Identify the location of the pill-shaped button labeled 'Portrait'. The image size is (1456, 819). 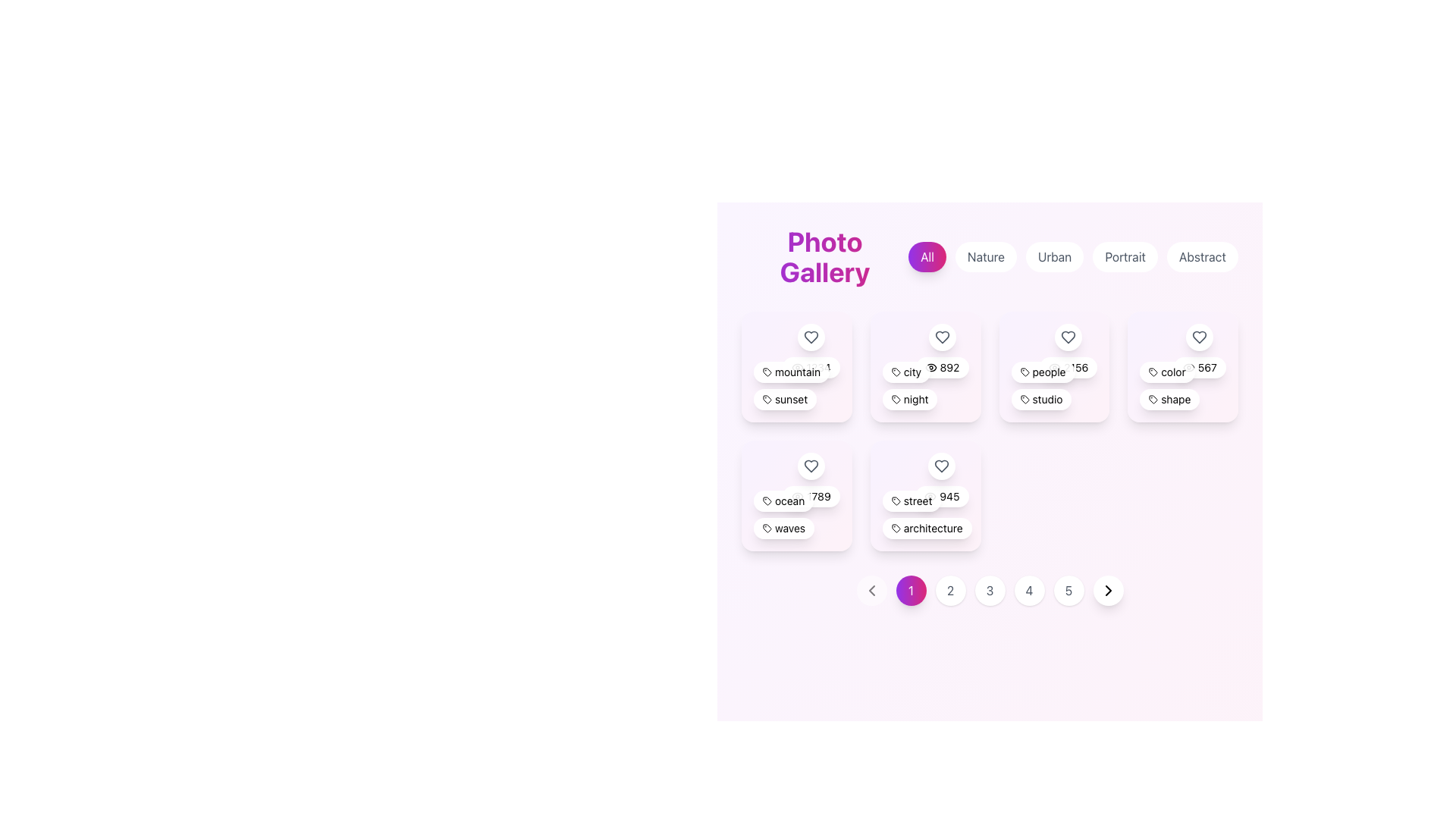
(1125, 256).